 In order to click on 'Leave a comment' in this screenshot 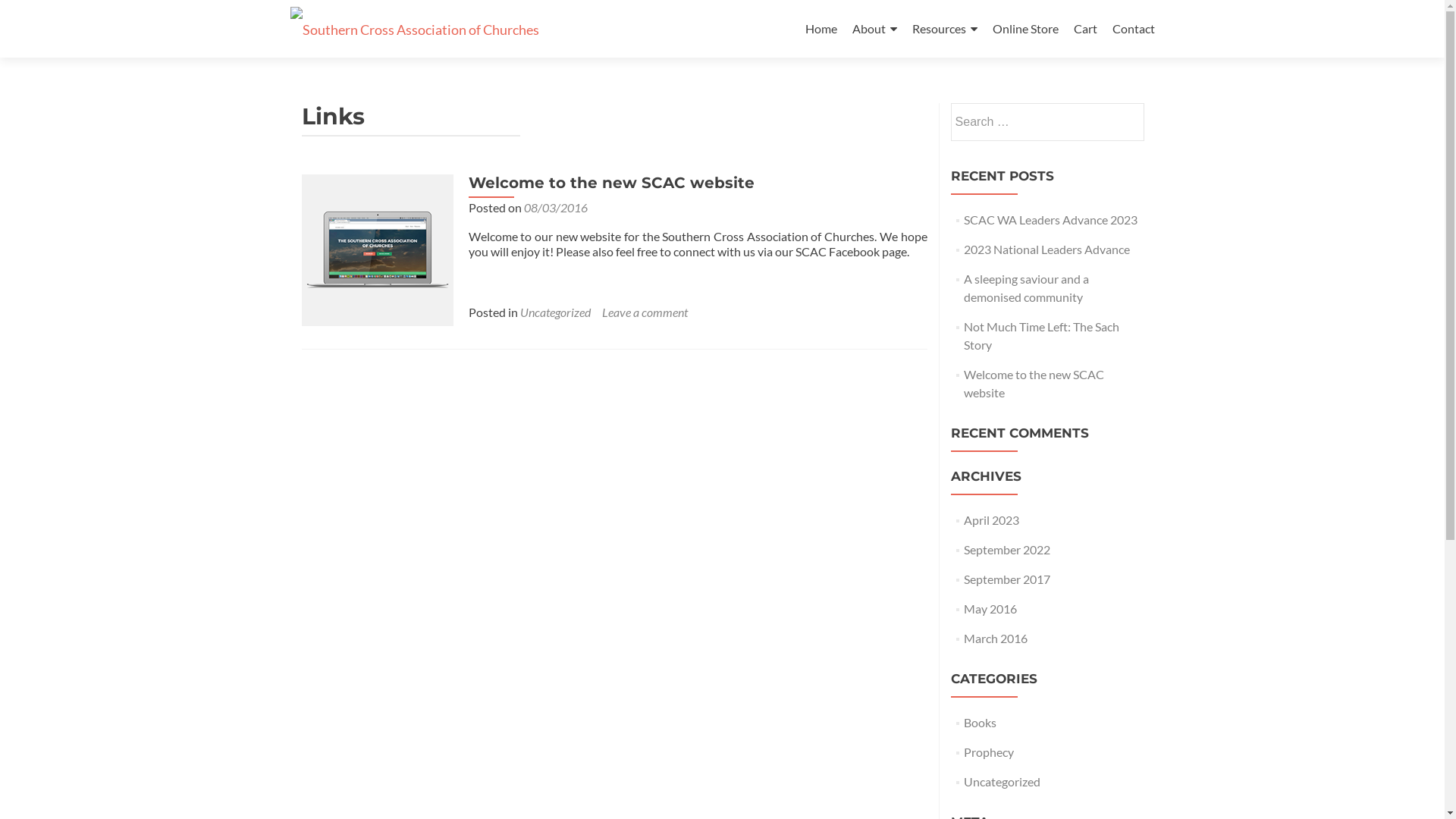, I will do `click(645, 311)`.